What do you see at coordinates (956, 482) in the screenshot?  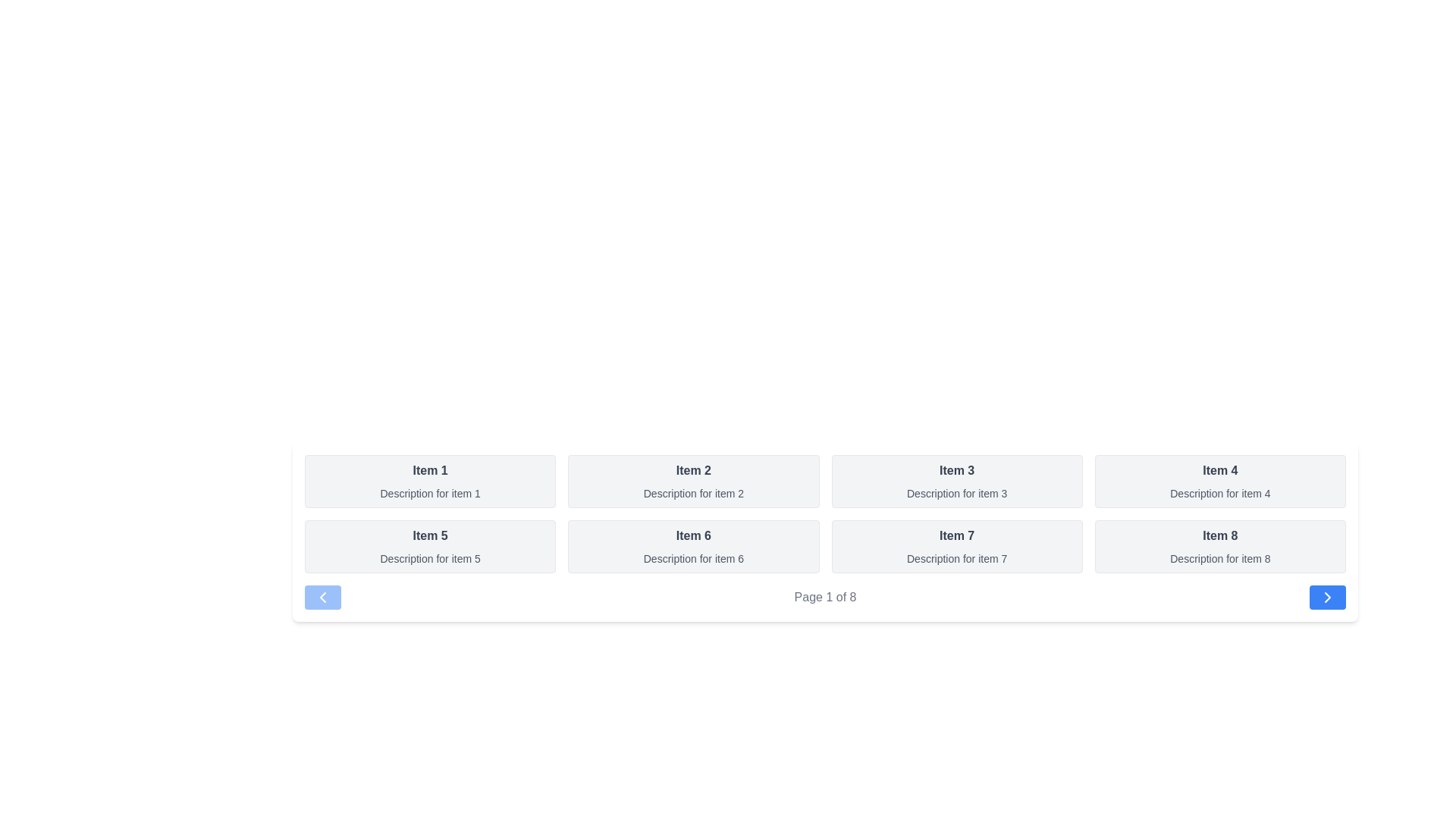 I see `the Display card which has a light gray background, displaying 'Item 3' in bold text at the top and 'Description for item 3' below it` at bounding box center [956, 482].